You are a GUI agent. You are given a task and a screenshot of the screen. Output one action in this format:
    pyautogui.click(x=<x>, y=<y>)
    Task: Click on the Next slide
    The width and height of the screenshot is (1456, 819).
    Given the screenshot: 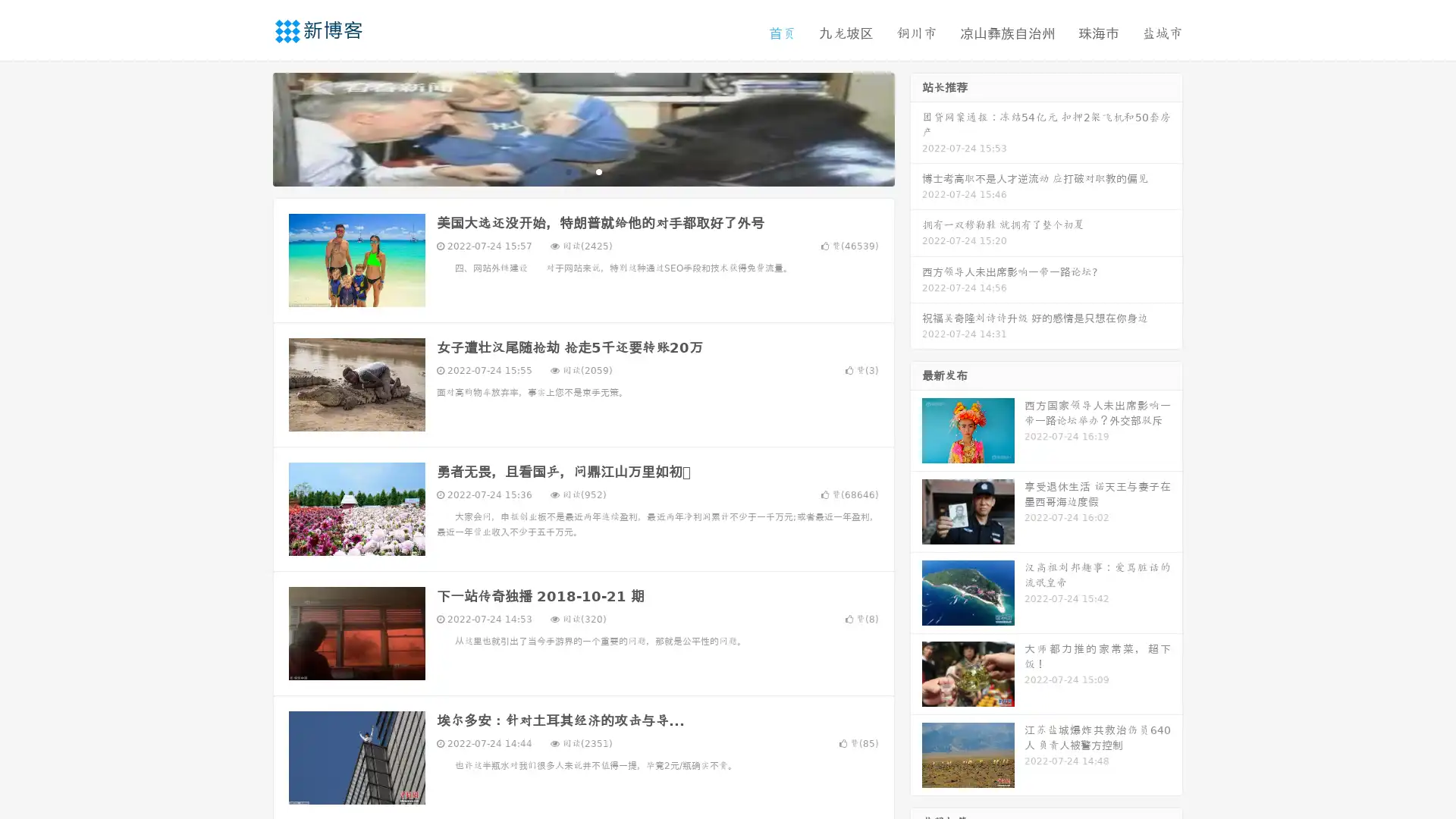 What is the action you would take?
    pyautogui.click(x=916, y=127)
    